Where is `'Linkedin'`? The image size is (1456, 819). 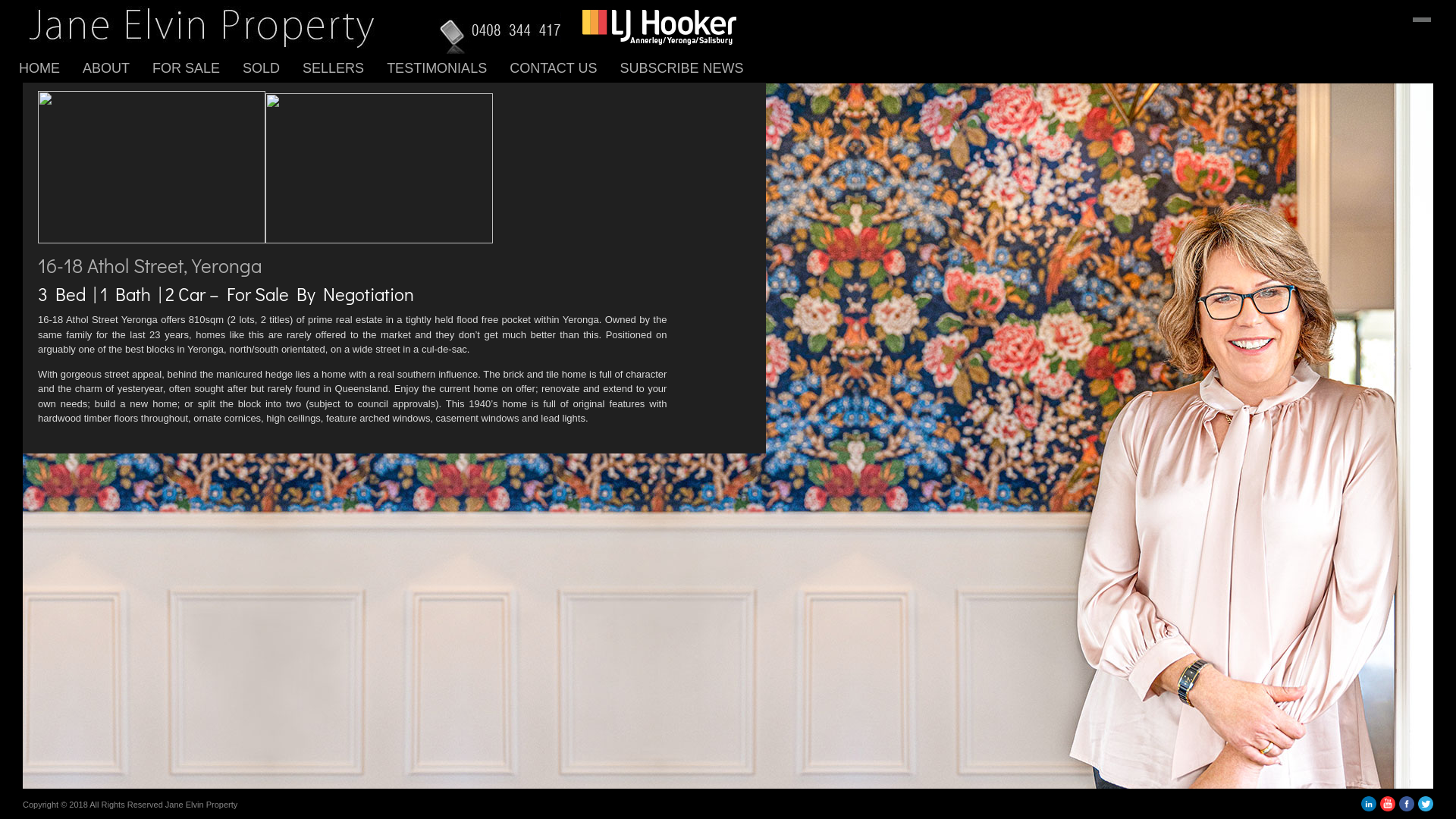
'Linkedin' is located at coordinates (1368, 807).